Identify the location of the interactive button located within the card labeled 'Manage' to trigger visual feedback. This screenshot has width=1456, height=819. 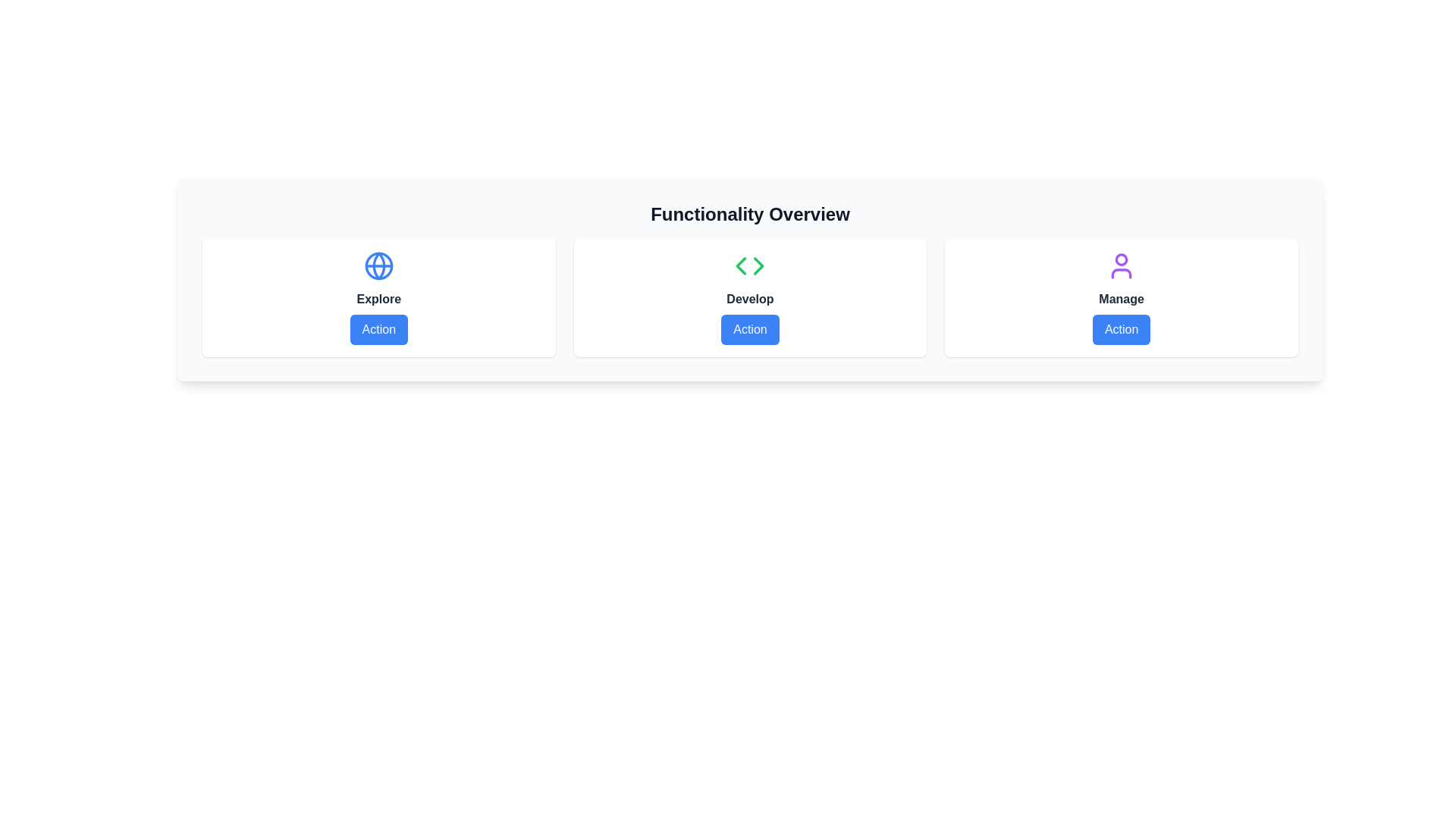
(1122, 329).